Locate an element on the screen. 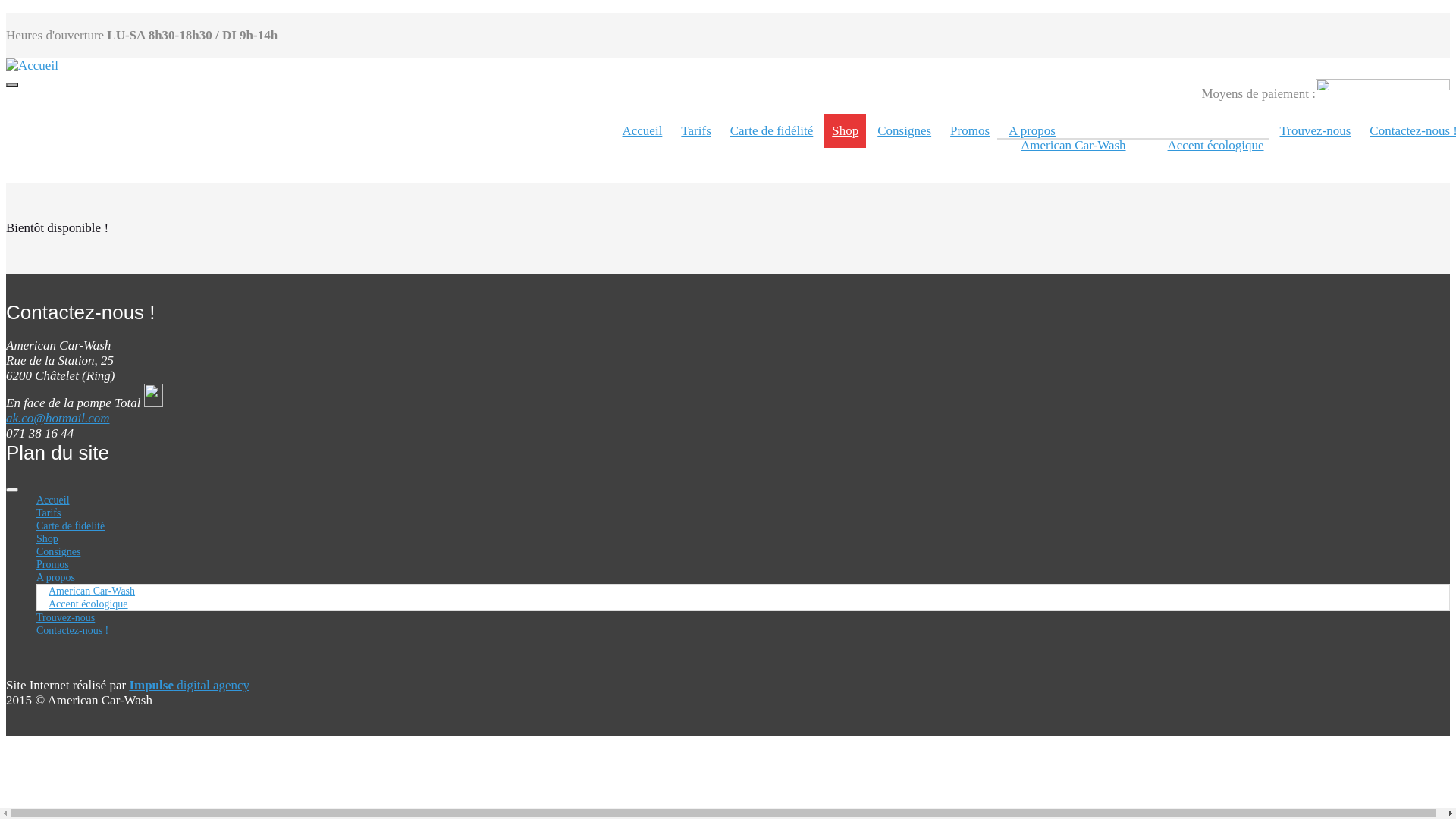 Image resolution: width=1456 pixels, height=819 pixels. 'Consignes' is located at coordinates (58, 551).